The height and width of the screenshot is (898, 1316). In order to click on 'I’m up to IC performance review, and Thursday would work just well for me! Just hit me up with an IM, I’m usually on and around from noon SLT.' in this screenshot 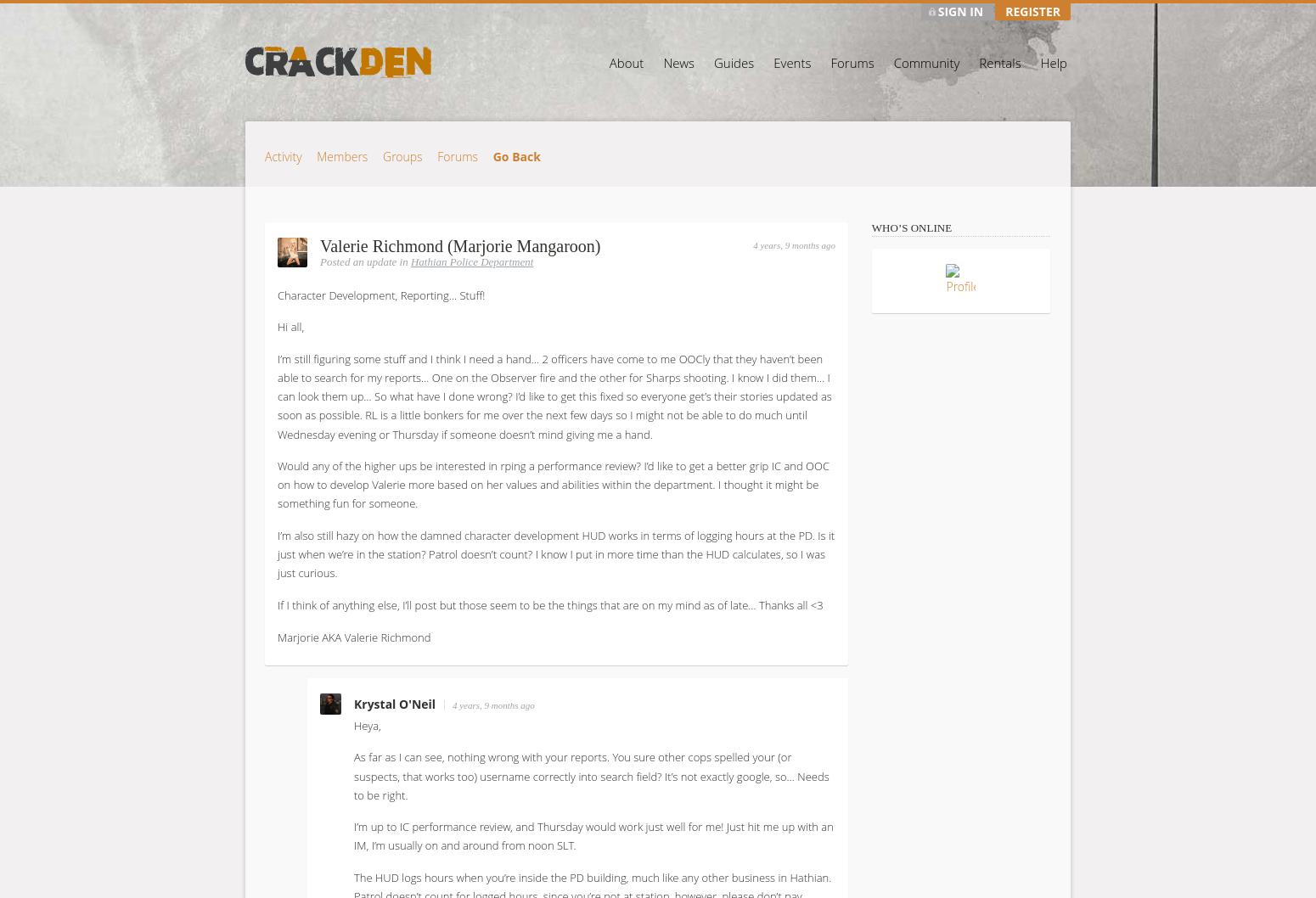, I will do `click(593, 834)`.